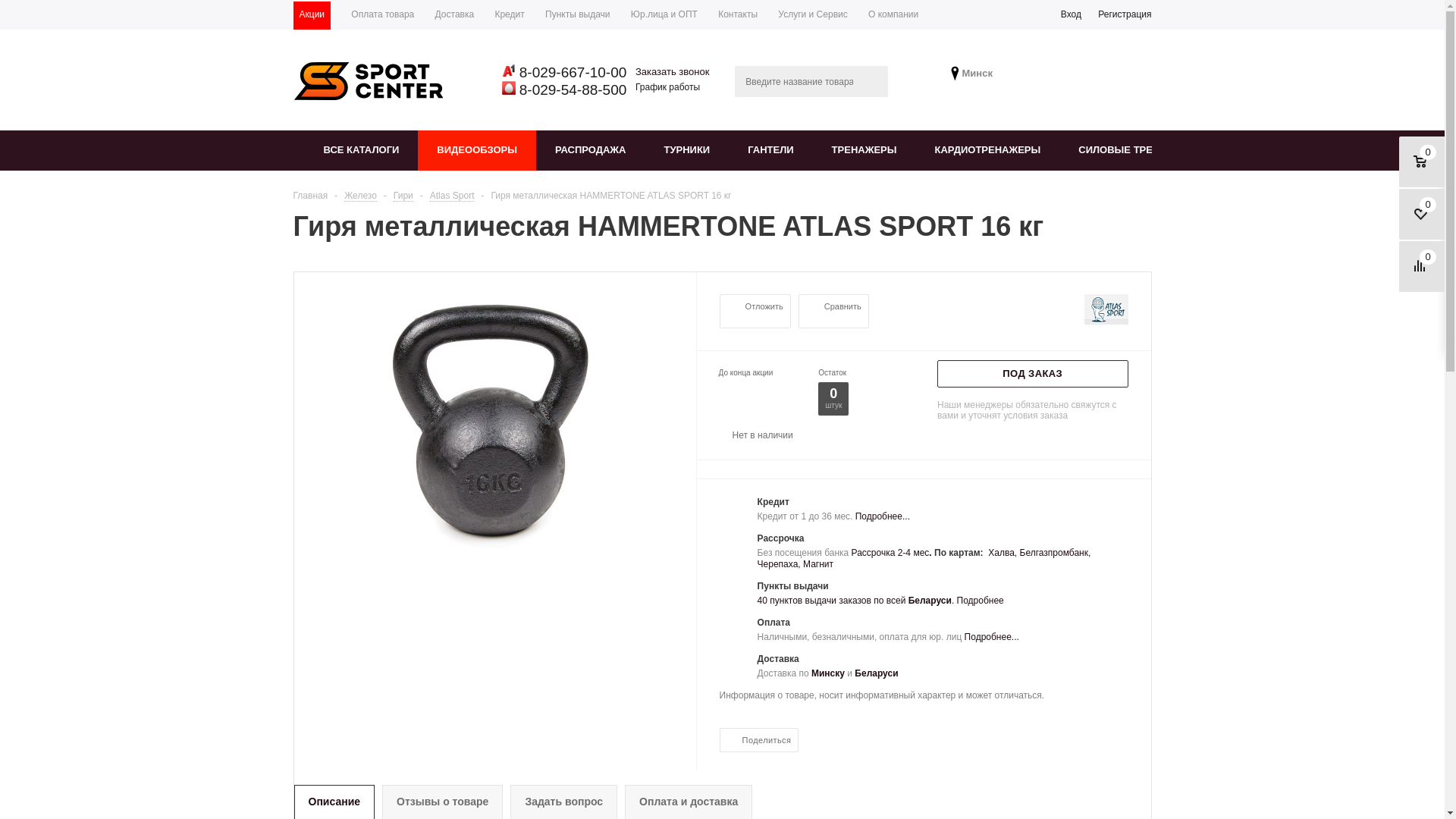  I want to click on 'Atlas Sport', so click(1106, 309).